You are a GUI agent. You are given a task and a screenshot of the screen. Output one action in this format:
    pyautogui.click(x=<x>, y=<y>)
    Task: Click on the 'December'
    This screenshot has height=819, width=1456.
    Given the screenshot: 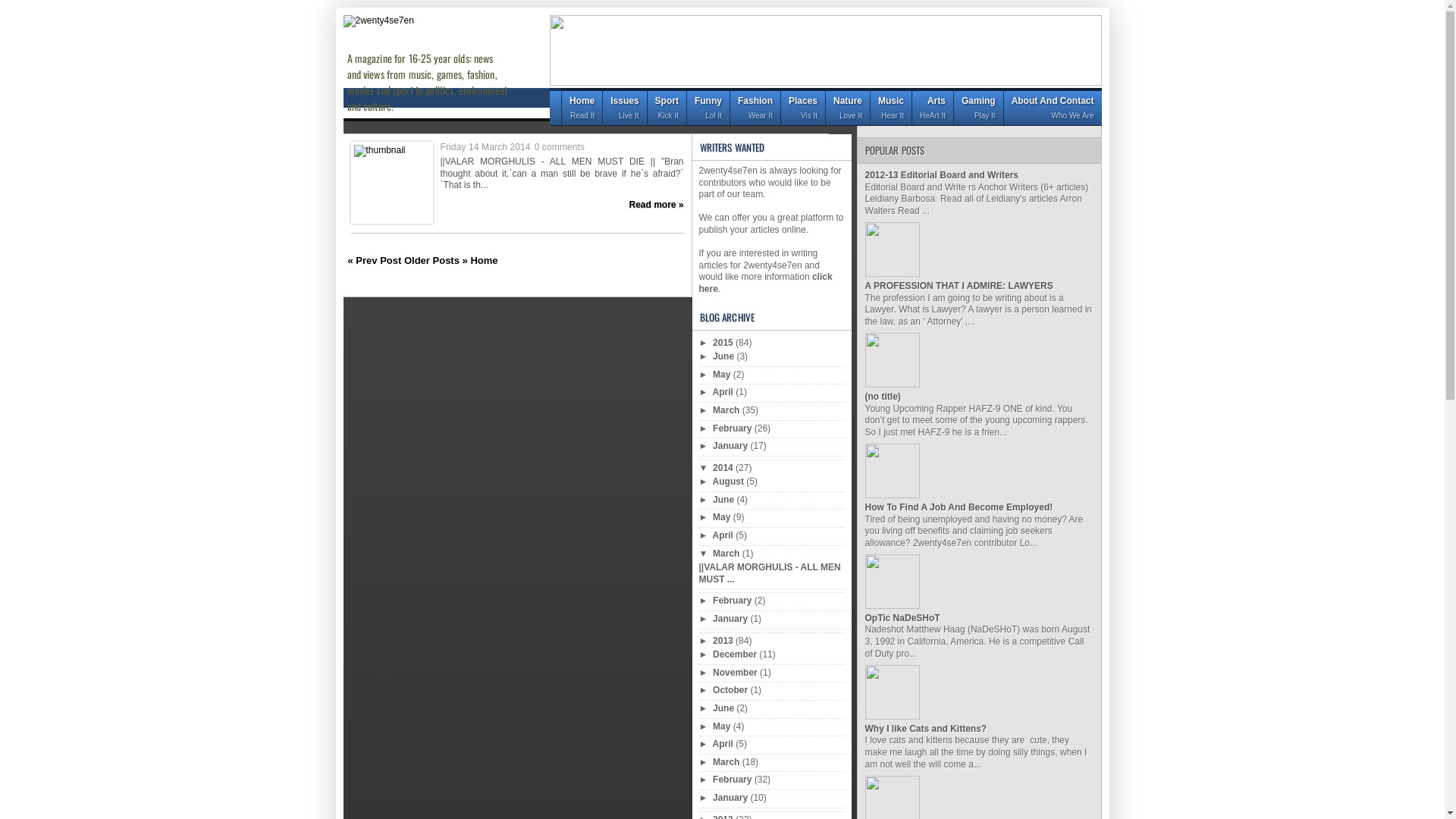 What is the action you would take?
    pyautogui.click(x=736, y=654)
    